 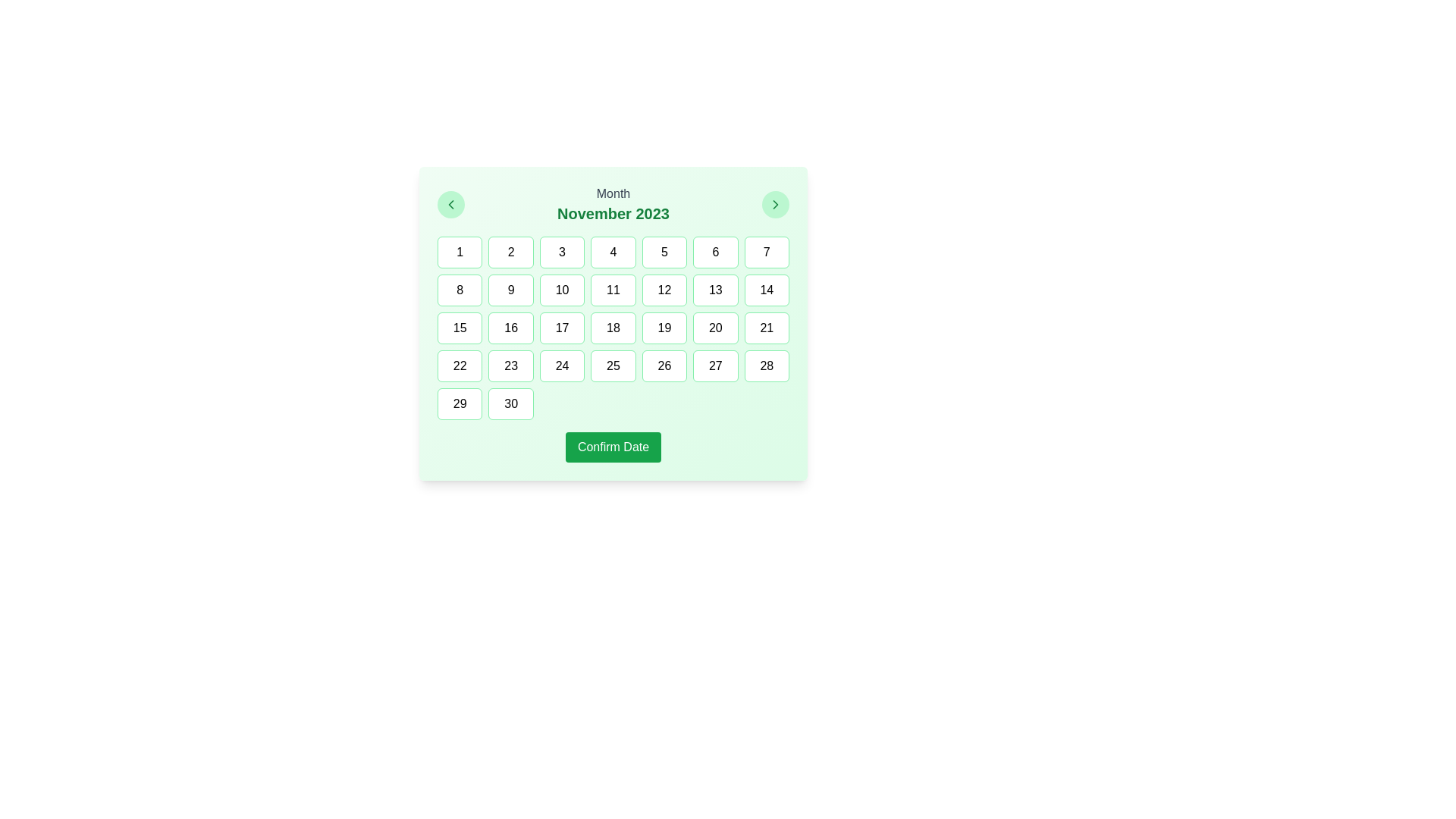 I want to click on the button, so click(x=775, y=205).